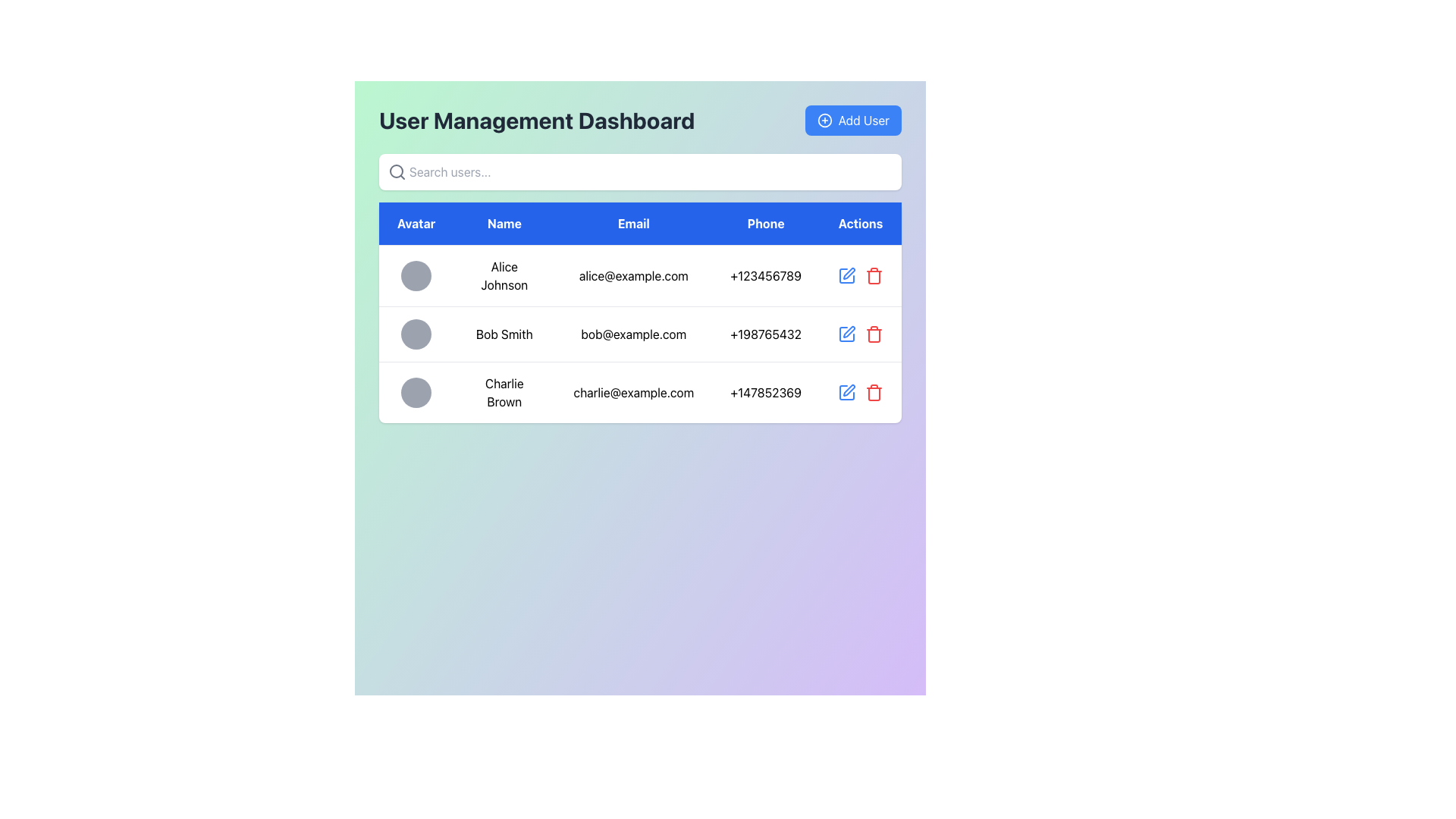 The height and width of the screenshot is (819, 1456). I want to click on the Action bar containing the blue pen-shaped icon and the red trash can icon located in the 'Actions' column of the second row for the entry 'Bob Smith', so click(860, 333).